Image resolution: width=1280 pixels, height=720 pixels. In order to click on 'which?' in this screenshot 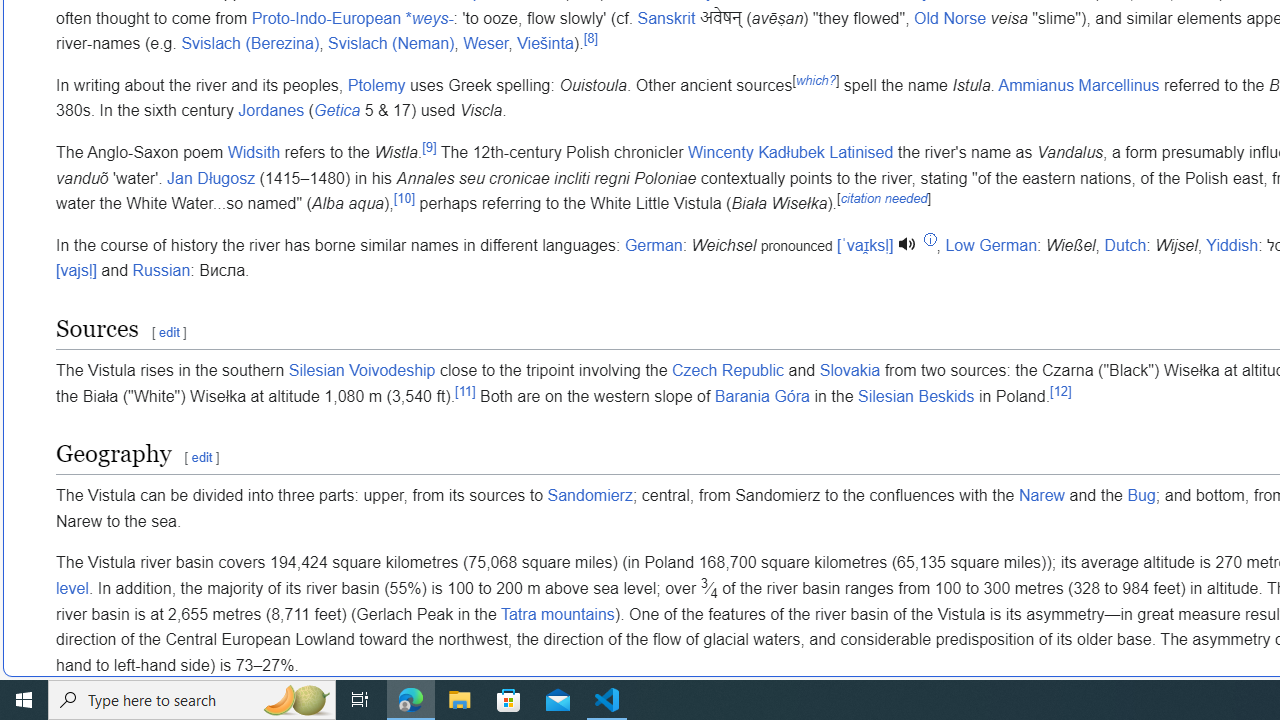, I will do `click(815, 78)`.